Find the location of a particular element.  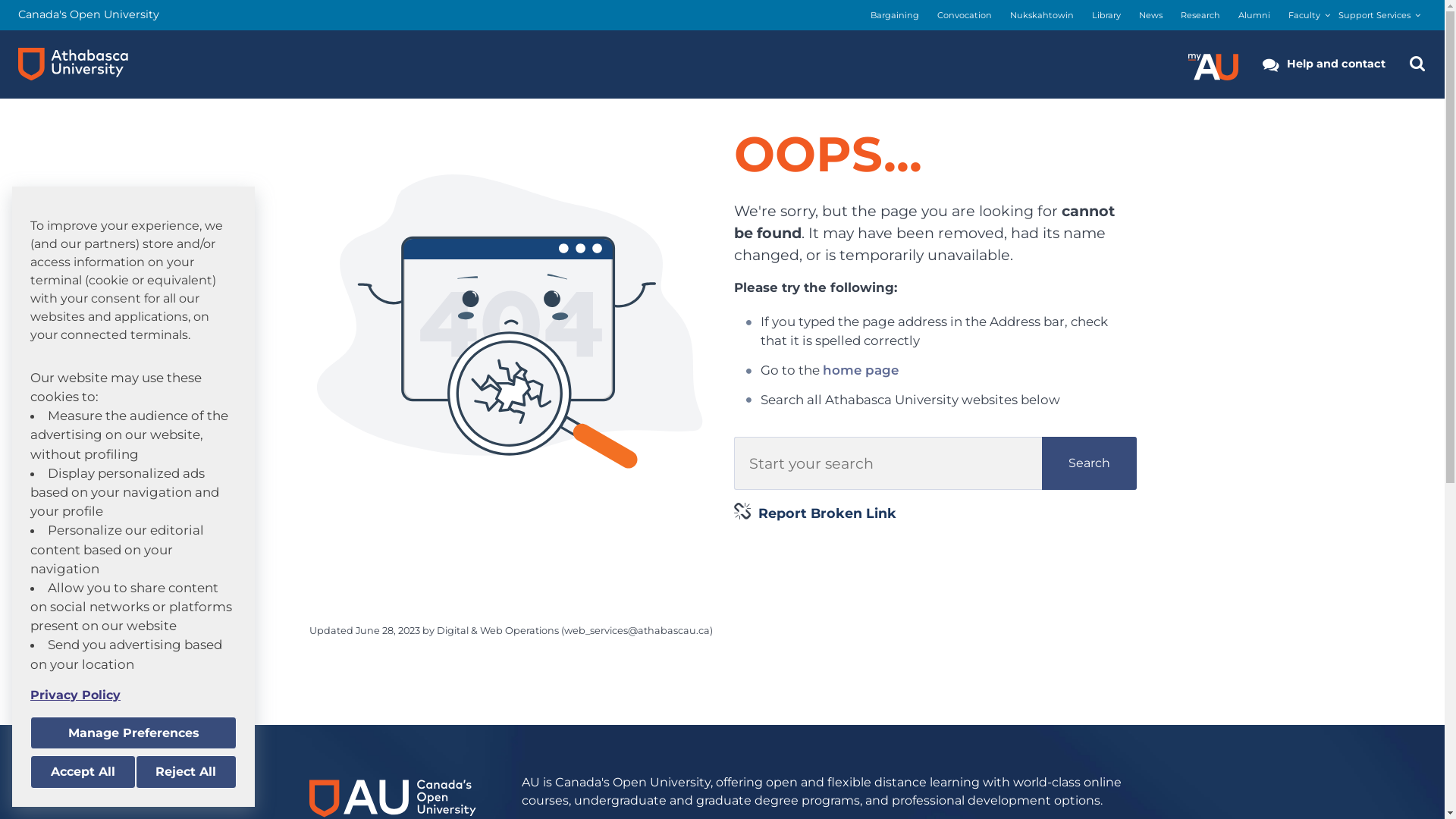

'Manage Preferences' is located at coordinates (133, 733).